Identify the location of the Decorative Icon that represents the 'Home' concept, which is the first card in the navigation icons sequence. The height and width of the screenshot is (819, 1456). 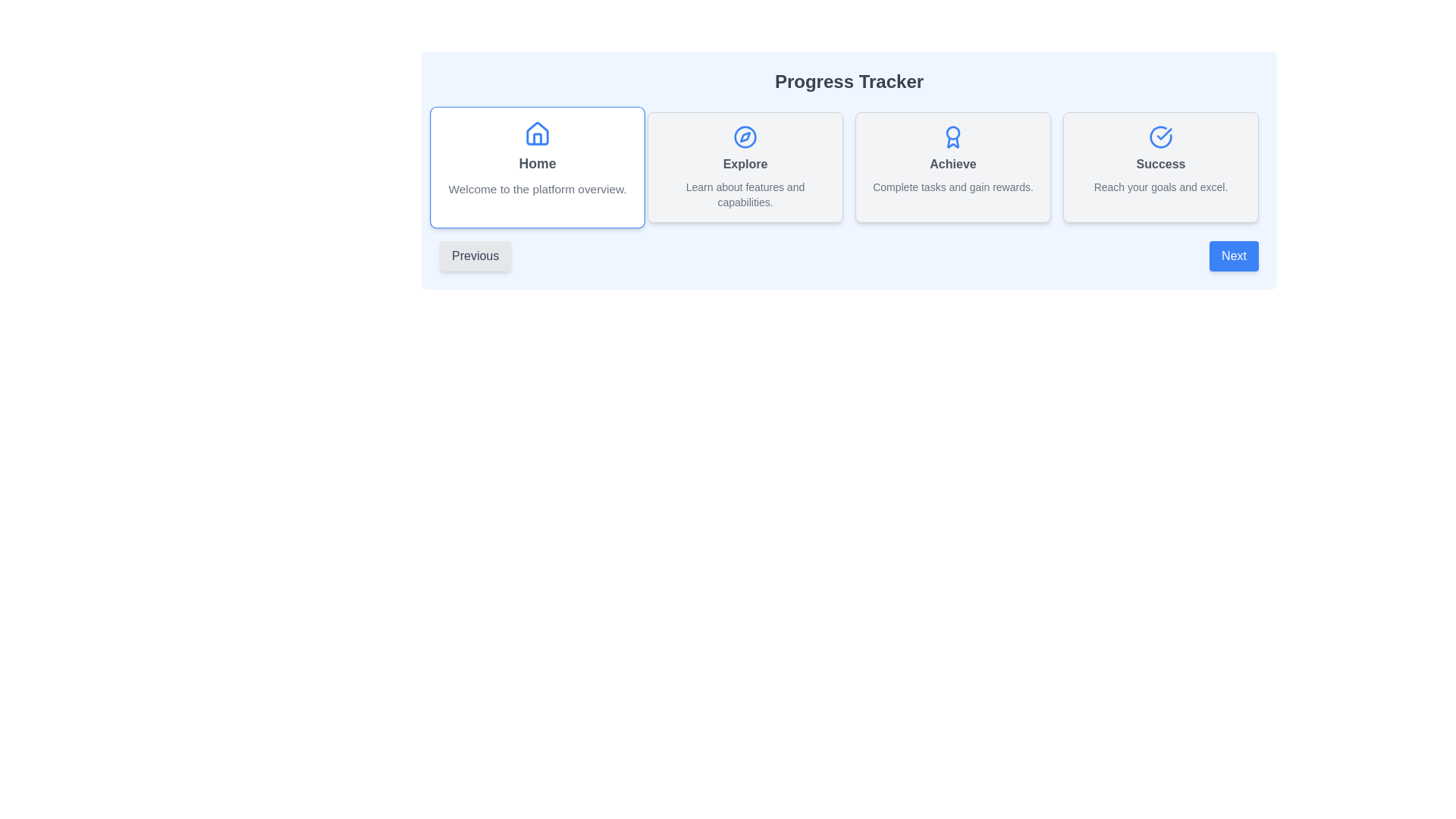
(538, 133).